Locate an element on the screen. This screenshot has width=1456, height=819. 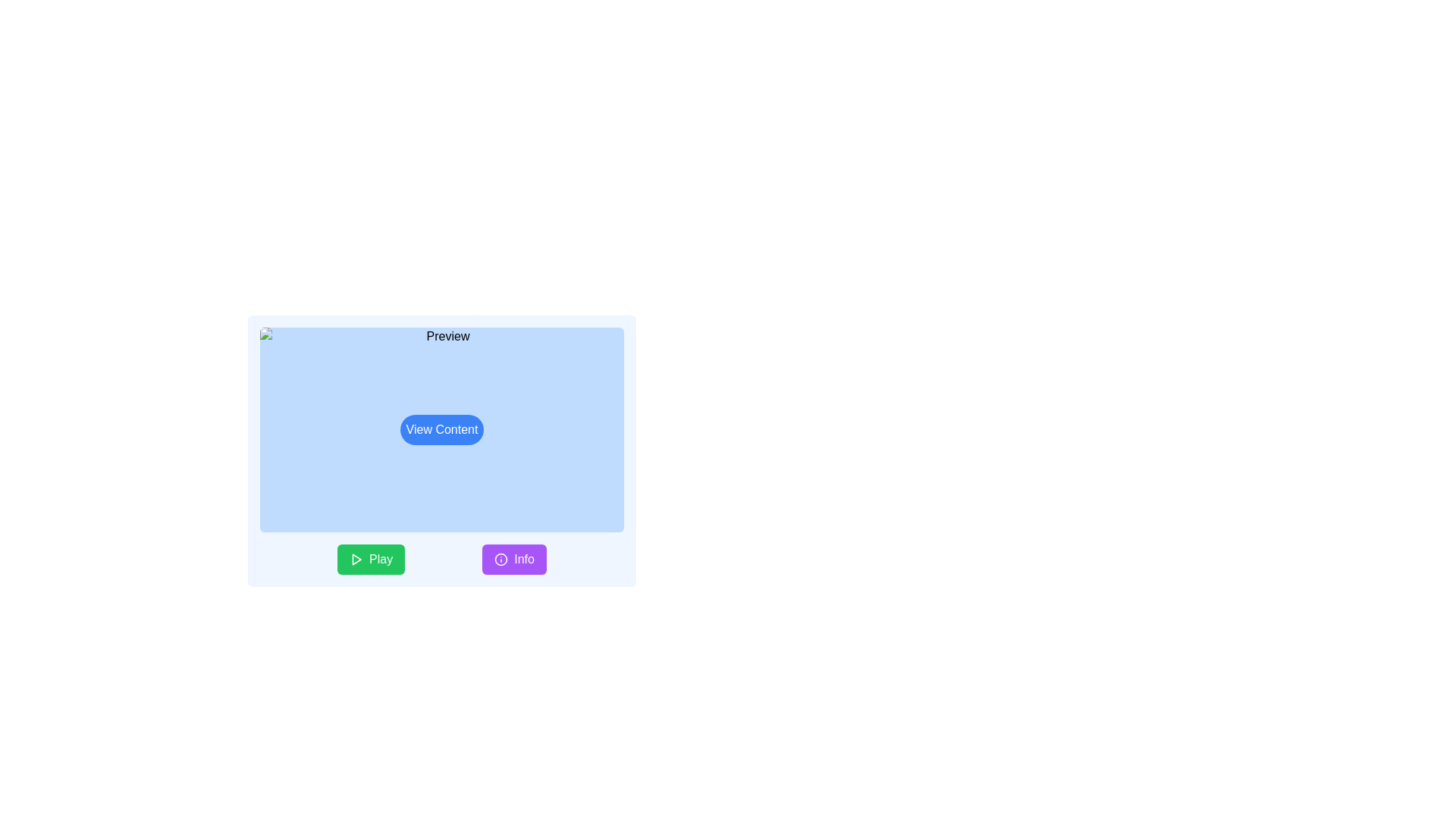
the purple button with rounded corners labeled 'Info' is located at coordinates (514, 559).